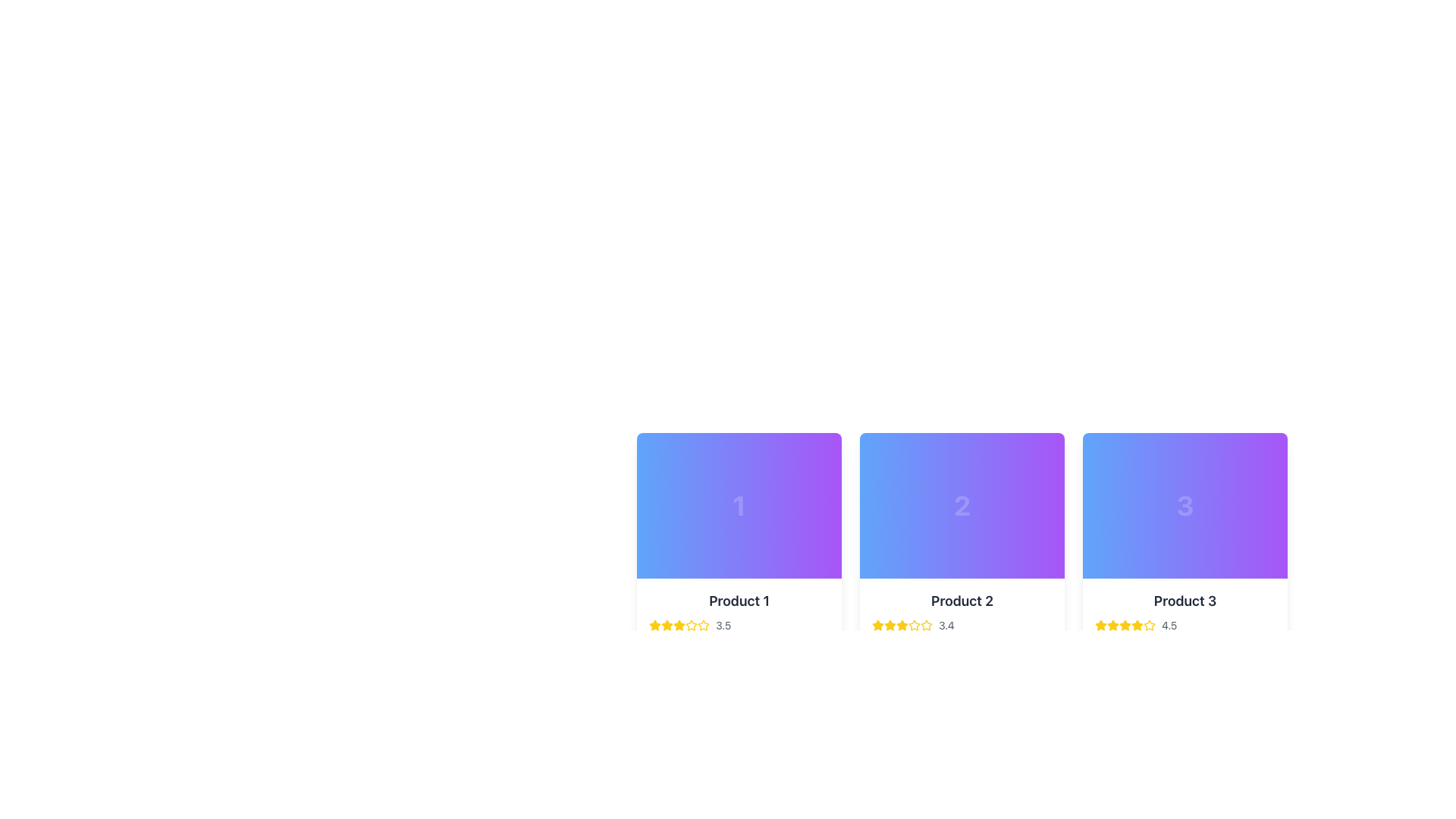 The height and width of the screenshot is (819, 1456). What do you see at coordinates (961, 626) in the screenshot?
I see `the product display panel for 'Product 2'` at bounding box center [961, 626].